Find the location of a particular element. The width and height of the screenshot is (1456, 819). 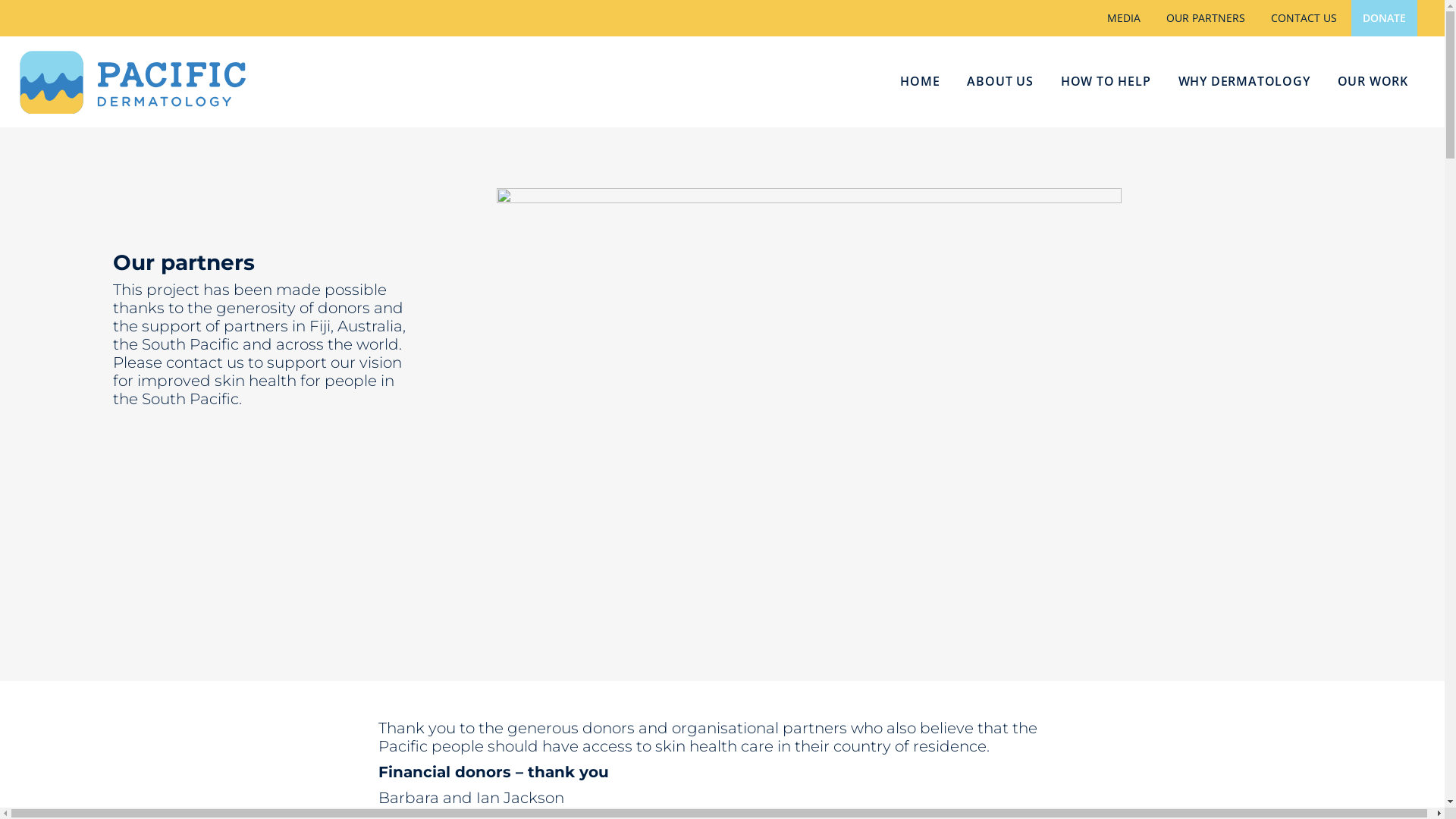

'OUR PARTNERS' is located at coordinates (1204, 17).